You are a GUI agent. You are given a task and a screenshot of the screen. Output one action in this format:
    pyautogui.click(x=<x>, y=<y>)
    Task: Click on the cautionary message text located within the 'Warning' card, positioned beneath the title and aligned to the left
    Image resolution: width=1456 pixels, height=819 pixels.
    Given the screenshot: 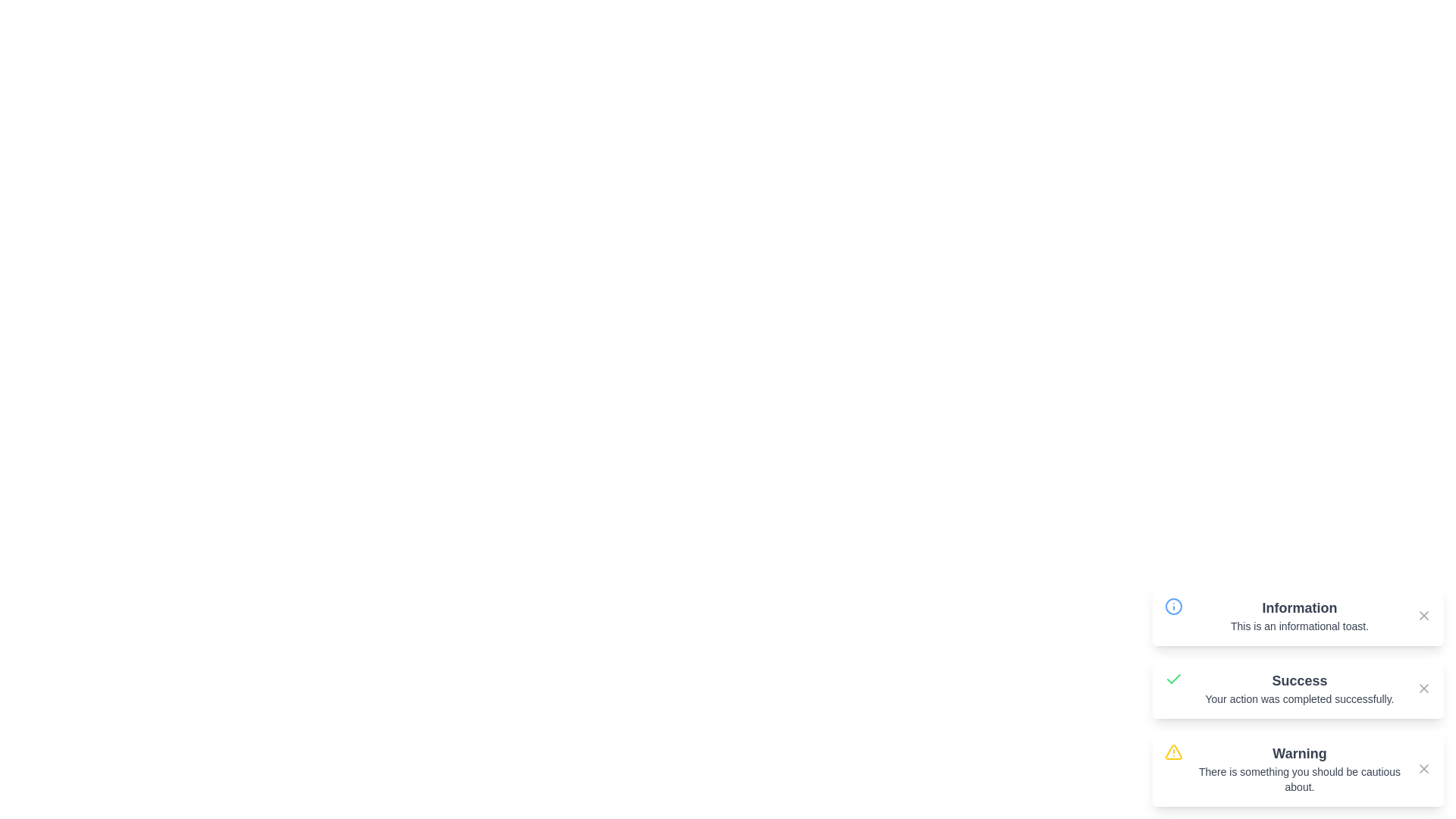 What is the action you would take?
    pyautogui.click(x=1298, y=780)
    